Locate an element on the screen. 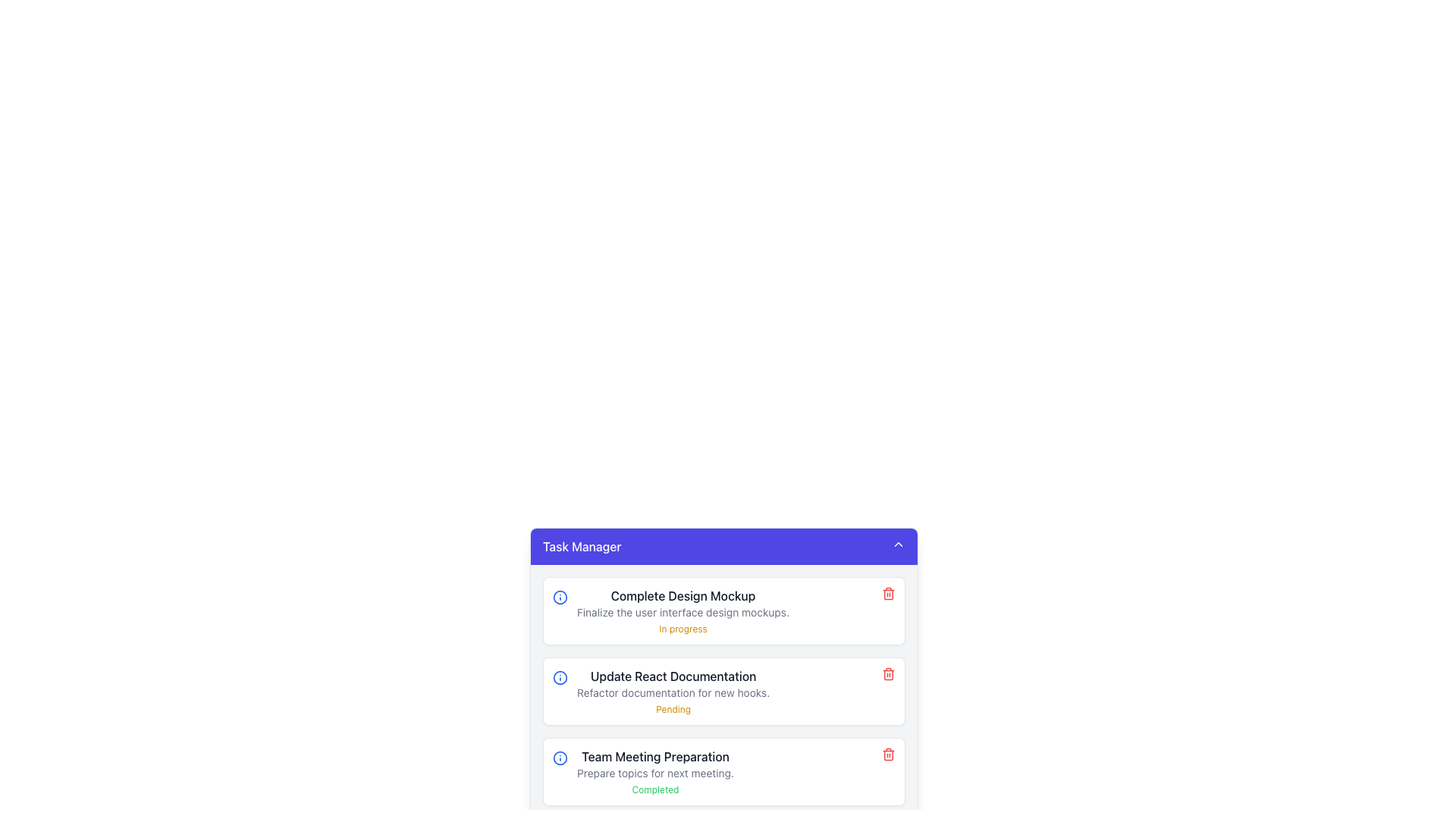 The image size is (1456, 819). text providing additional details about the task titled 'Complete Design Mockup', which is located centrally within the task card, below the bold title and above the status text 'In progress' is located at coordinates (682, 611).